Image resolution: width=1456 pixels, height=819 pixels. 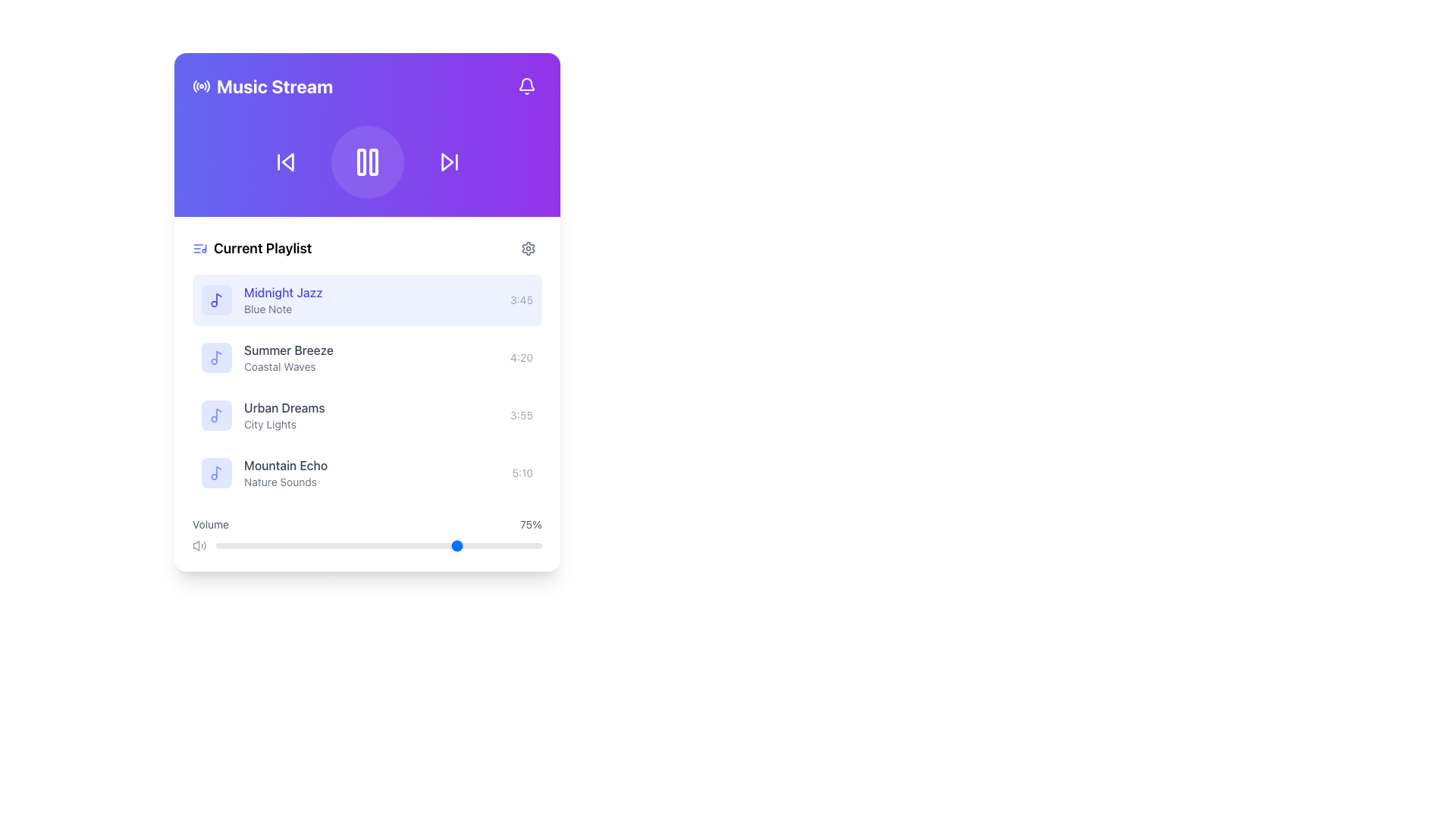 I want to click on the right vertical bar of the pause button icon, which is centrally located in the title bar of the media control interface, so click(x=373, y=162).